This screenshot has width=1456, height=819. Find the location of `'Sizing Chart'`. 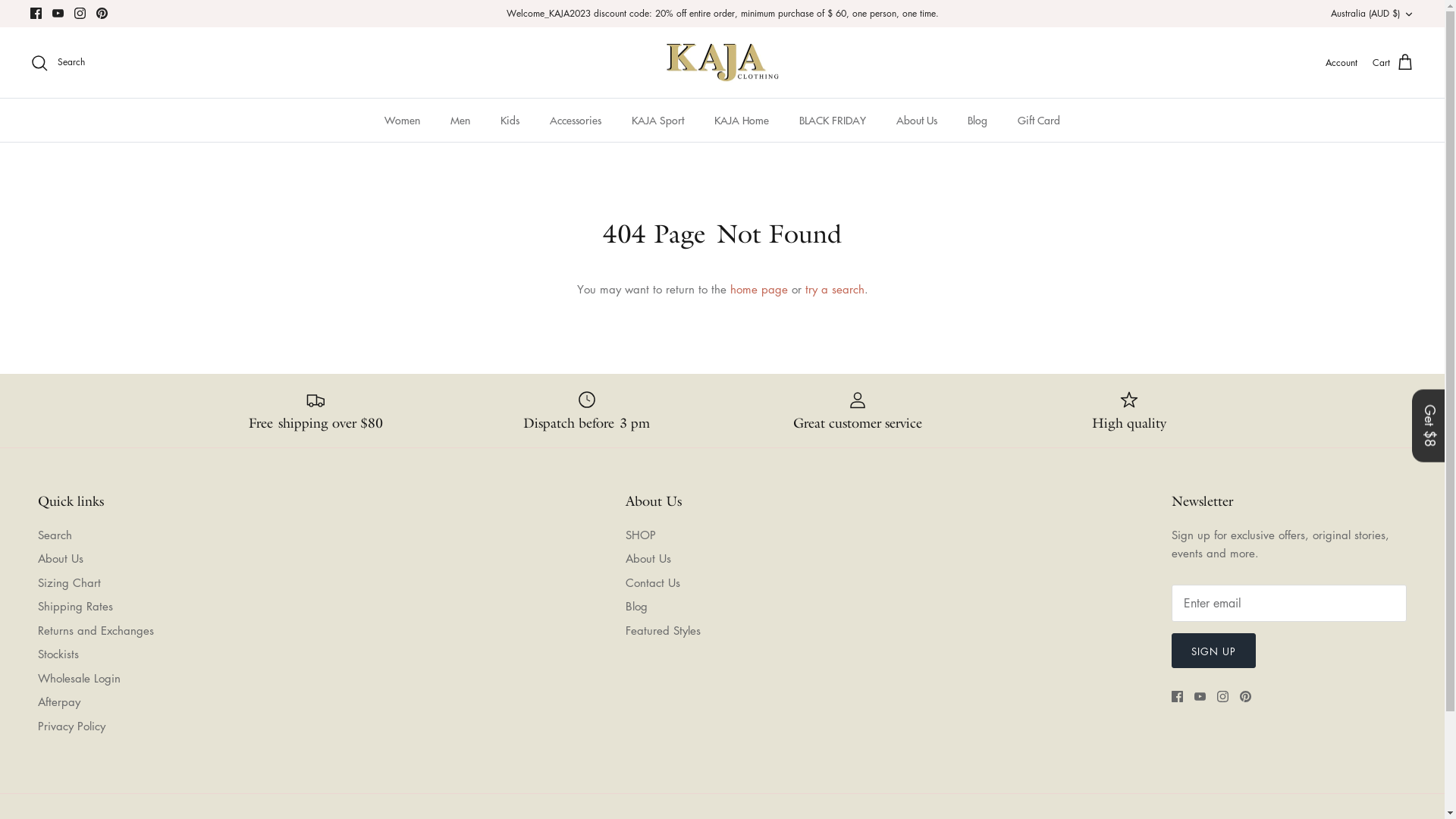

'Sizing Chart' is located at coordinates (68, 581).